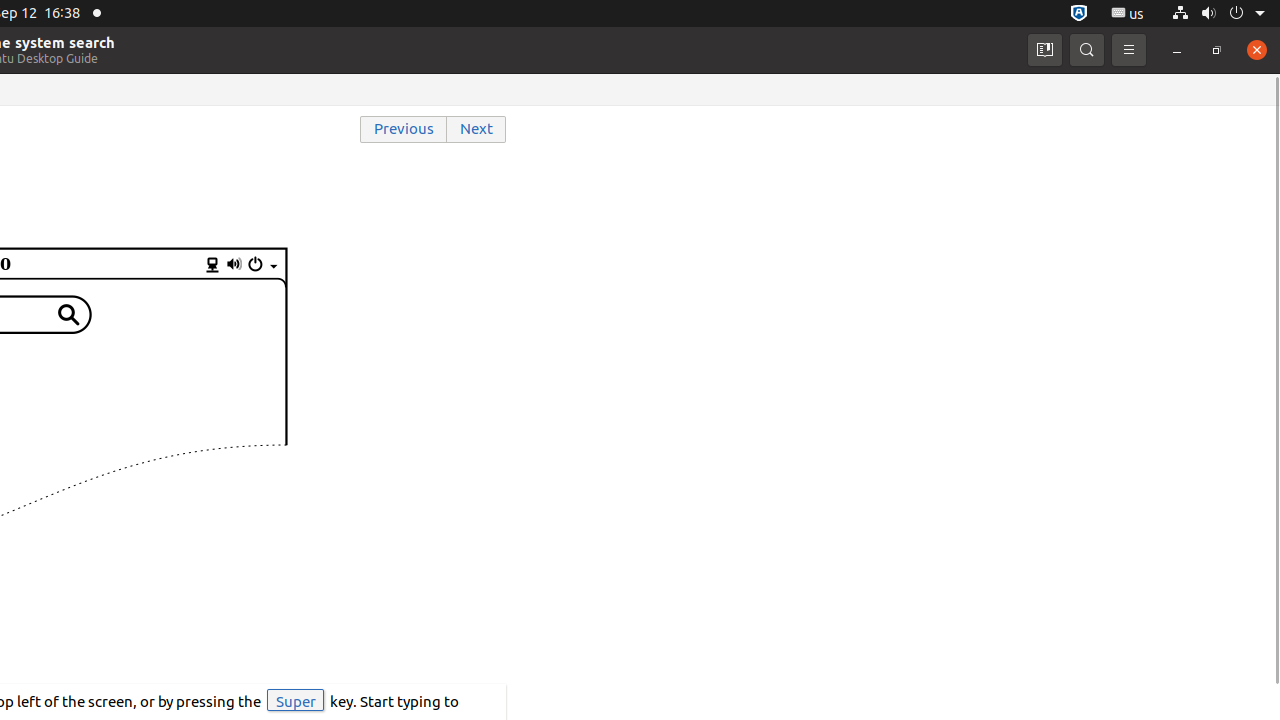 The width and height of the screenshot is (1280, 720). Describe the element at coordinates (476, 129) in the screenshot. I see `'Next'` at that location.